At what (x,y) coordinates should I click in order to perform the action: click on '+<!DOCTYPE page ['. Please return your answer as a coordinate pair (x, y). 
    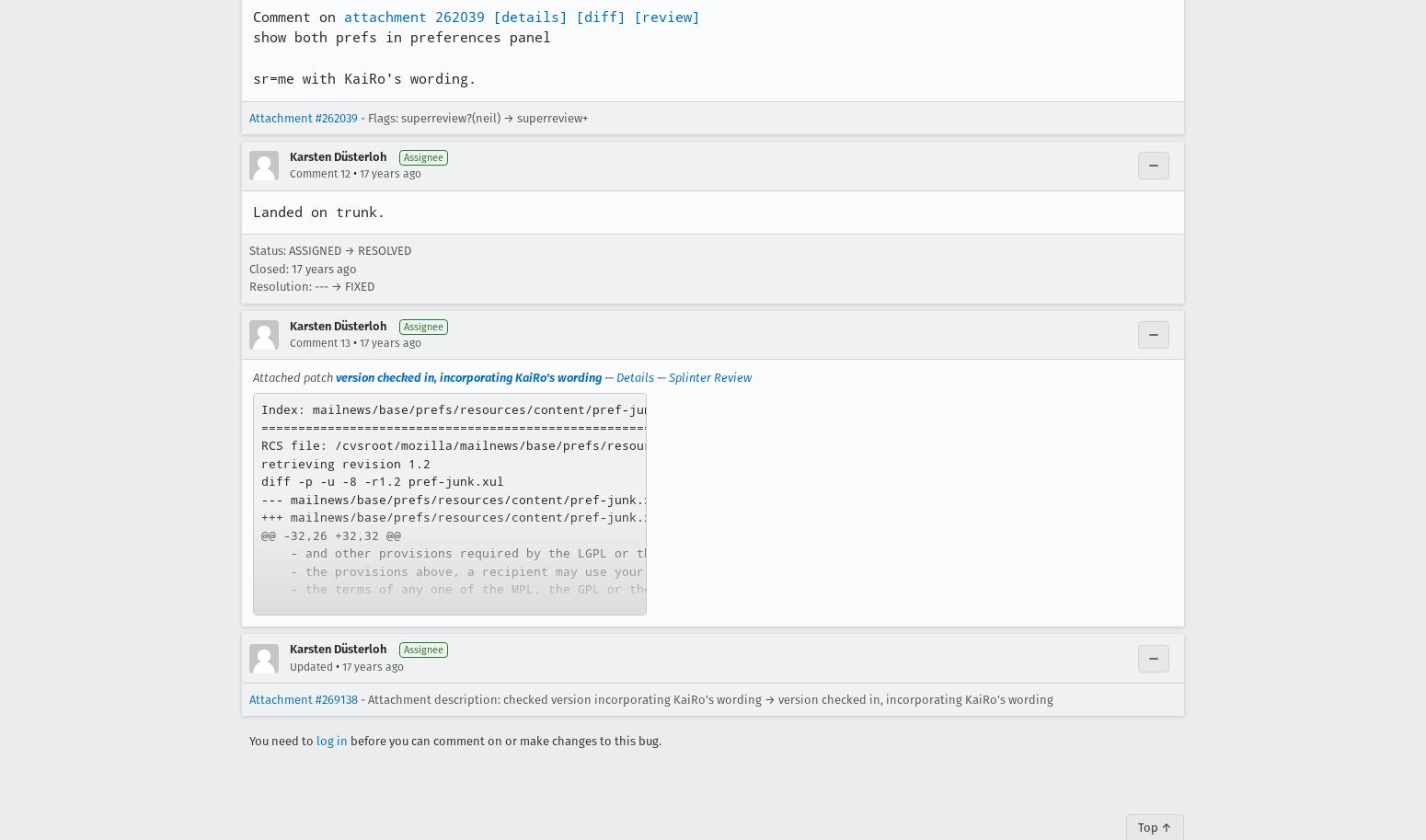
    Looking at the image, I should click on (323, 714).